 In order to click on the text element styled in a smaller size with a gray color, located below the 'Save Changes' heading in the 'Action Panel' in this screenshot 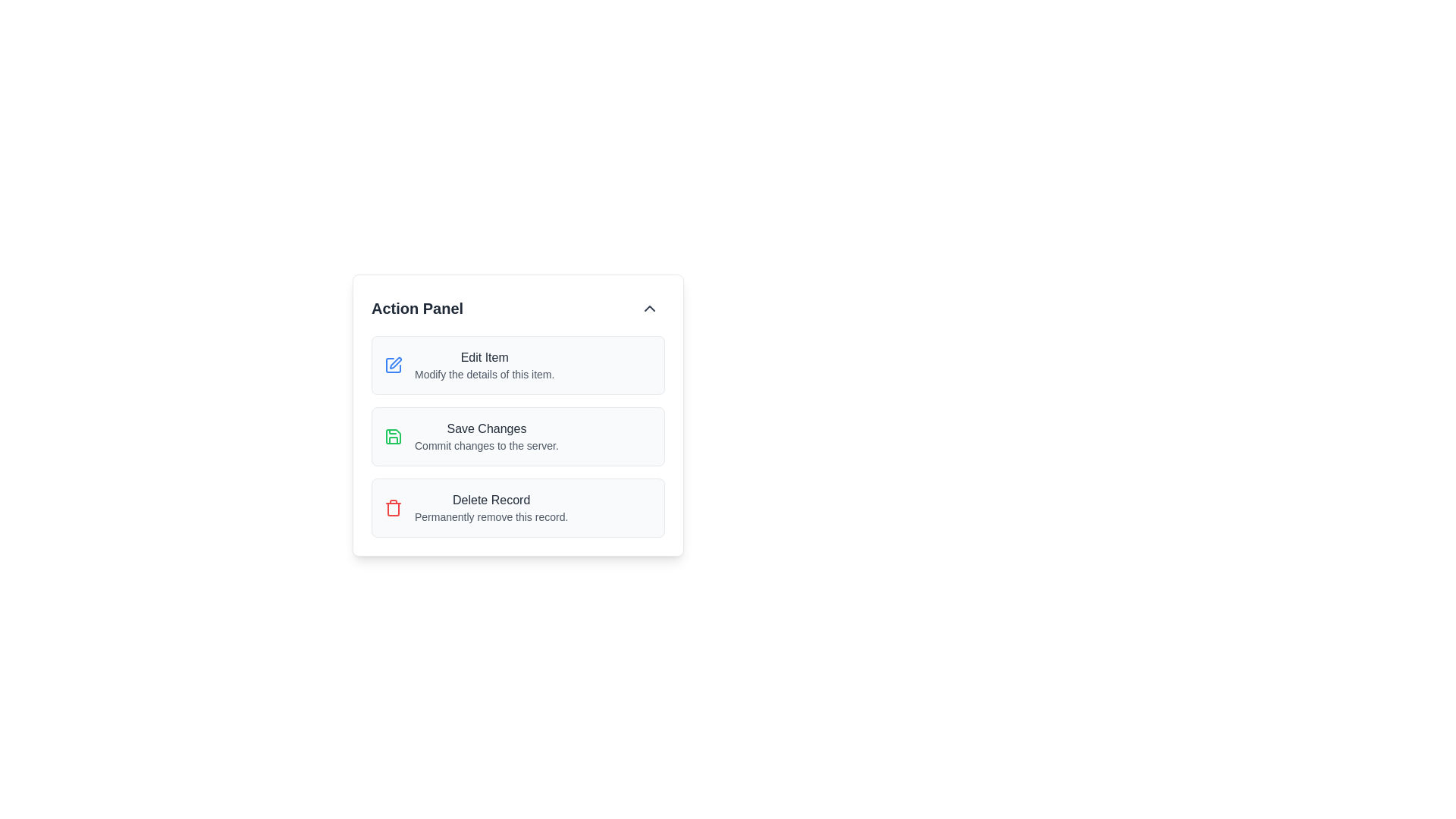, I will do `click(486, 444)`.